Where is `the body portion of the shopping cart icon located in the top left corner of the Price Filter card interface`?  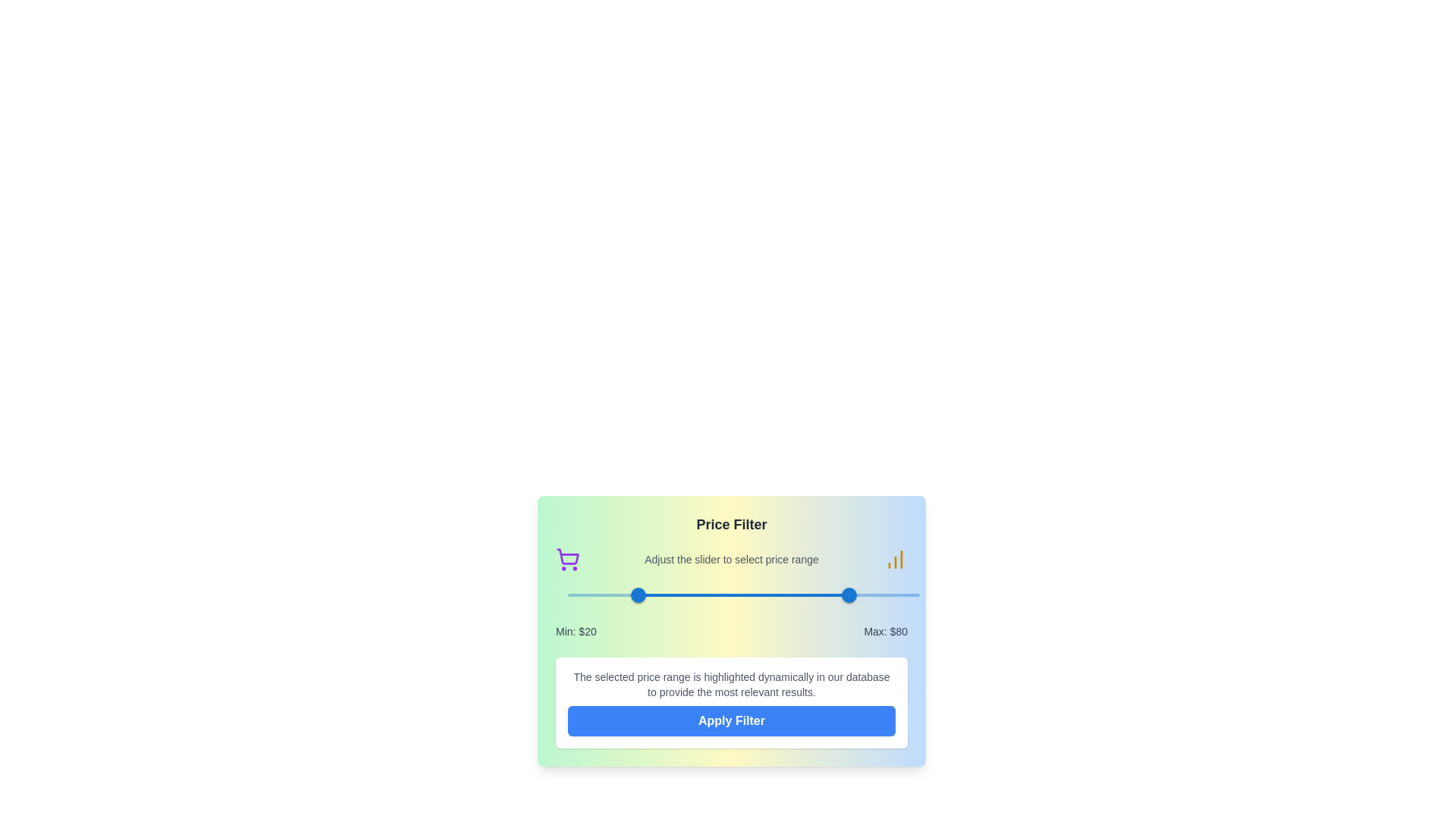 the body portion of the shopping cart icon located in the top left corner of the Price Filter card interface is located at coordinates (567, 557).